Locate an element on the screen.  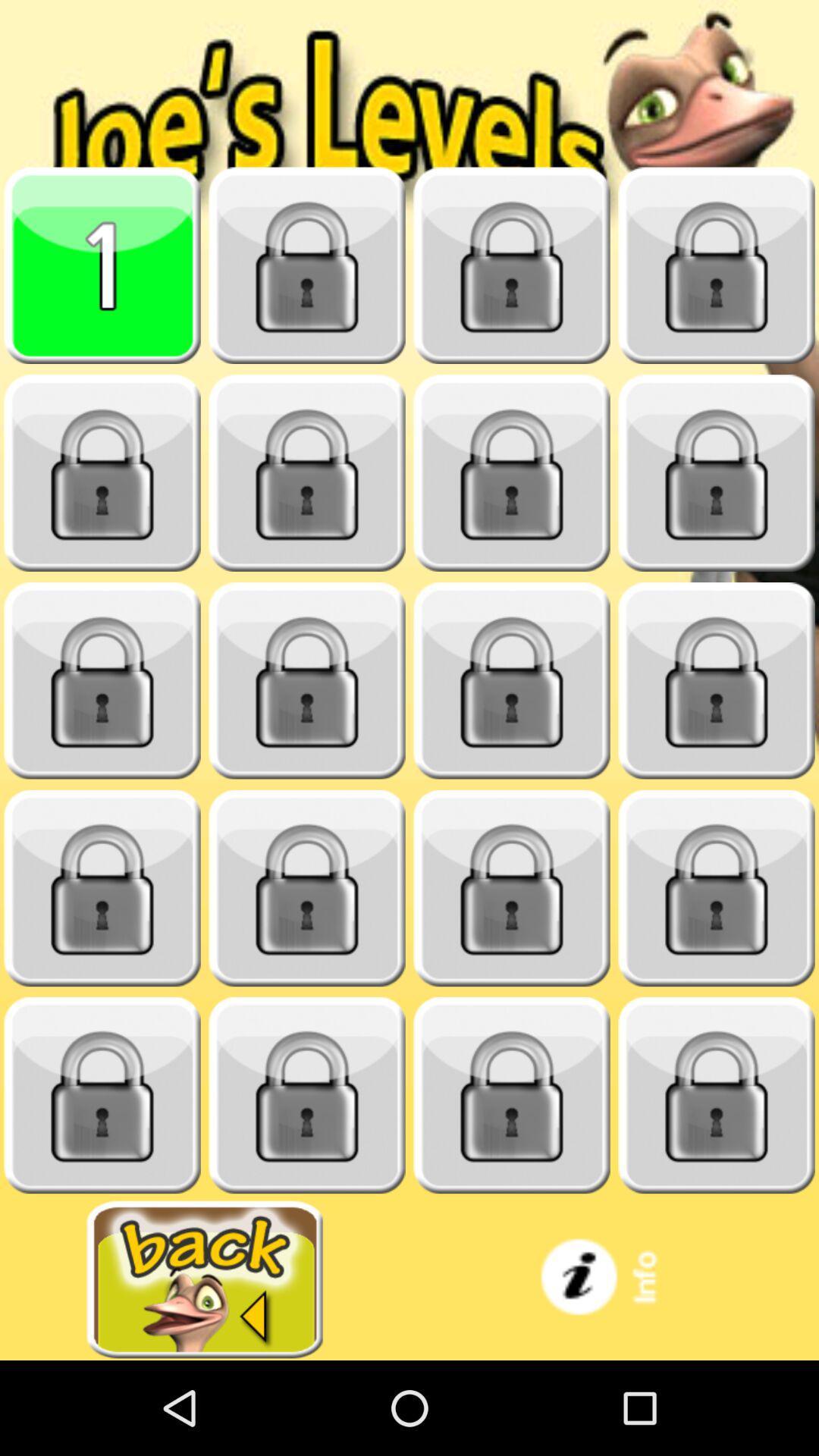
locked is located at coordinates (717, 1095).